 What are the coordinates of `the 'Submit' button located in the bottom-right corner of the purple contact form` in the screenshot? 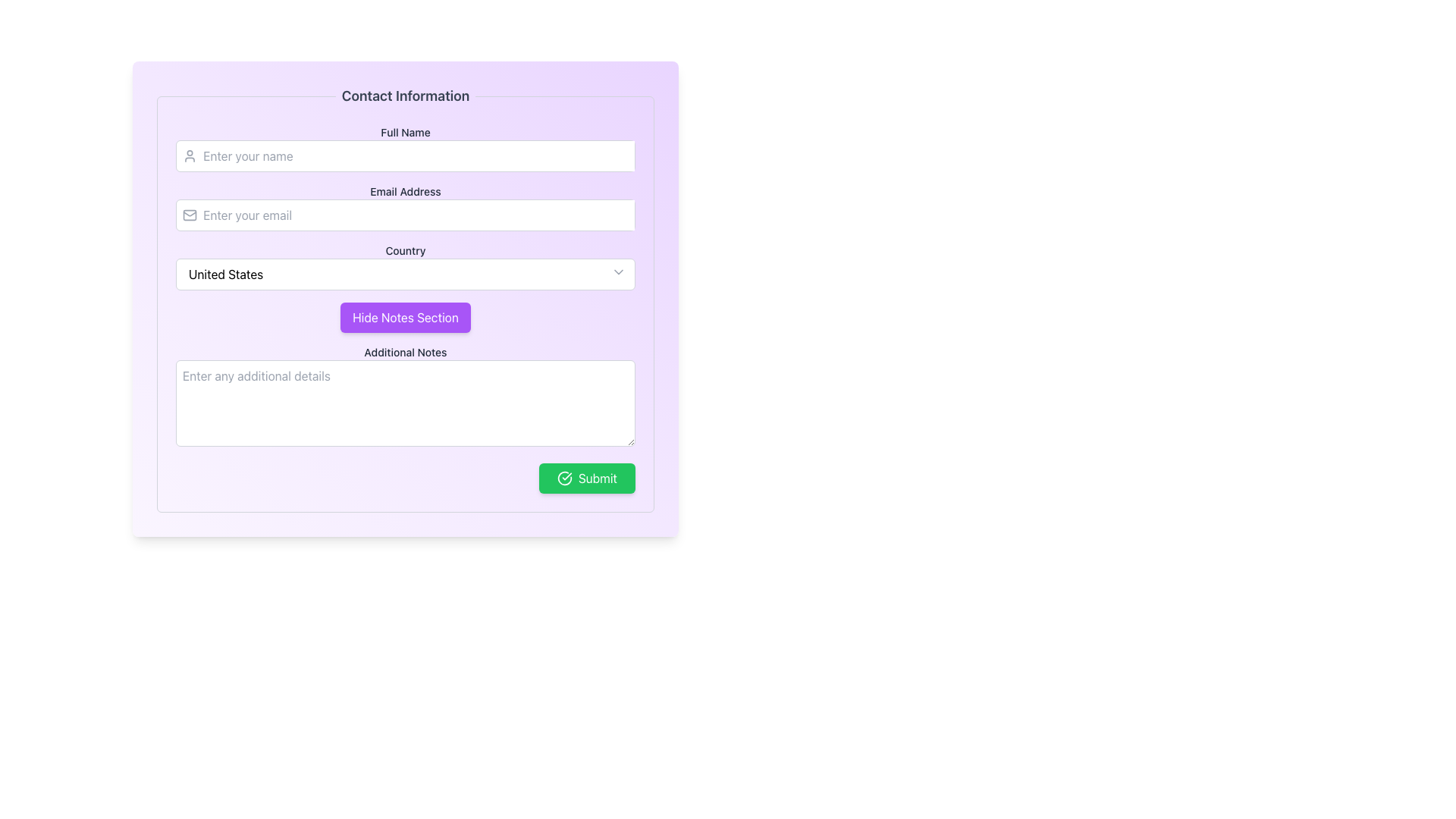 It's located at (586, 479).